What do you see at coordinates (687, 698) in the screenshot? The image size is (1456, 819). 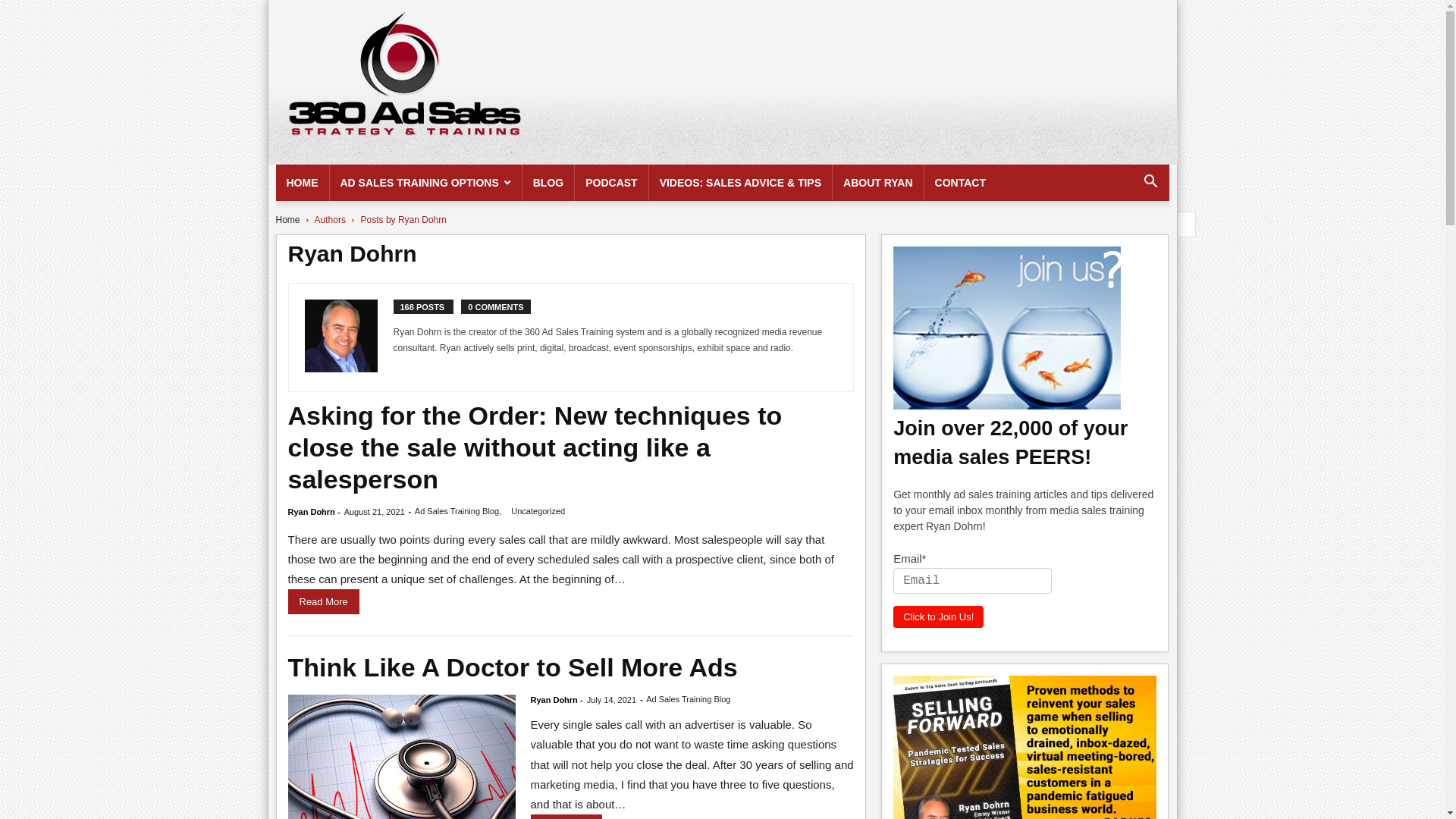 I see `'Ad Sales Training Blog'` at bounding box center [687, 698].